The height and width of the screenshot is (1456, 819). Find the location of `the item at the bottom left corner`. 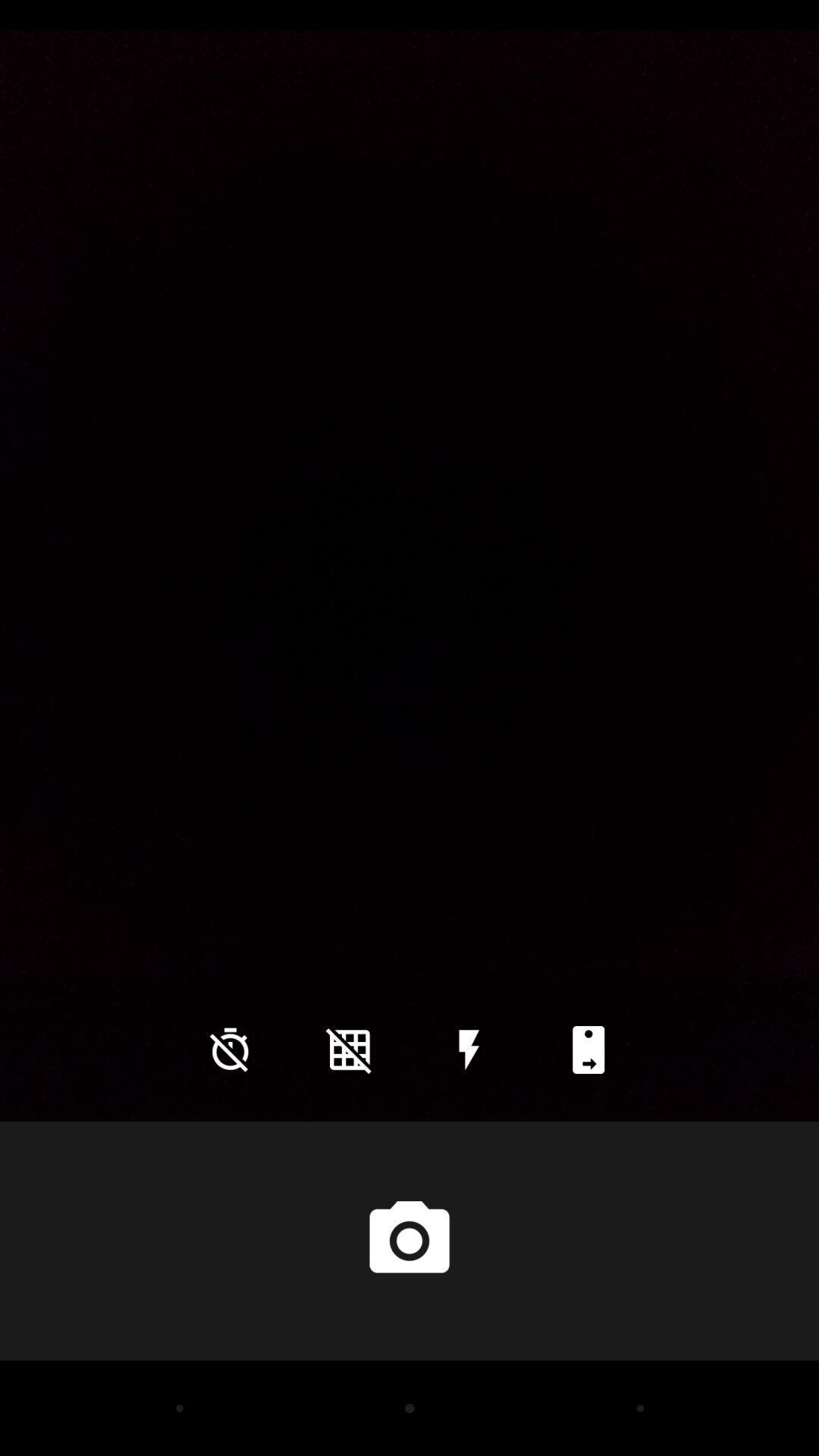

the item at the bottom left corner is located at coordinates (230, 1049).